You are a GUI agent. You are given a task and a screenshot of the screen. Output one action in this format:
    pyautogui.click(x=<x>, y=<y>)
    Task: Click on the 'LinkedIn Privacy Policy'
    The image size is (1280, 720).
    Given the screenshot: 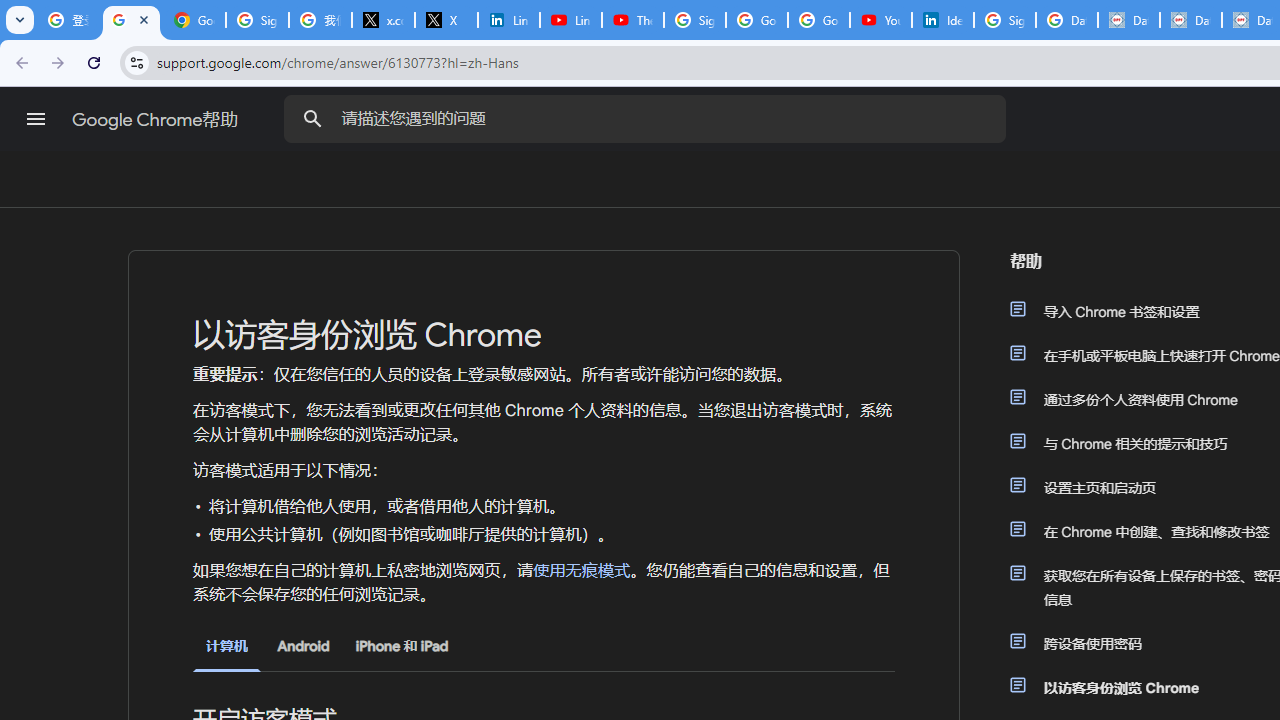 What is the action you would take?
    pyautogui.click(x=508, y=20)
    